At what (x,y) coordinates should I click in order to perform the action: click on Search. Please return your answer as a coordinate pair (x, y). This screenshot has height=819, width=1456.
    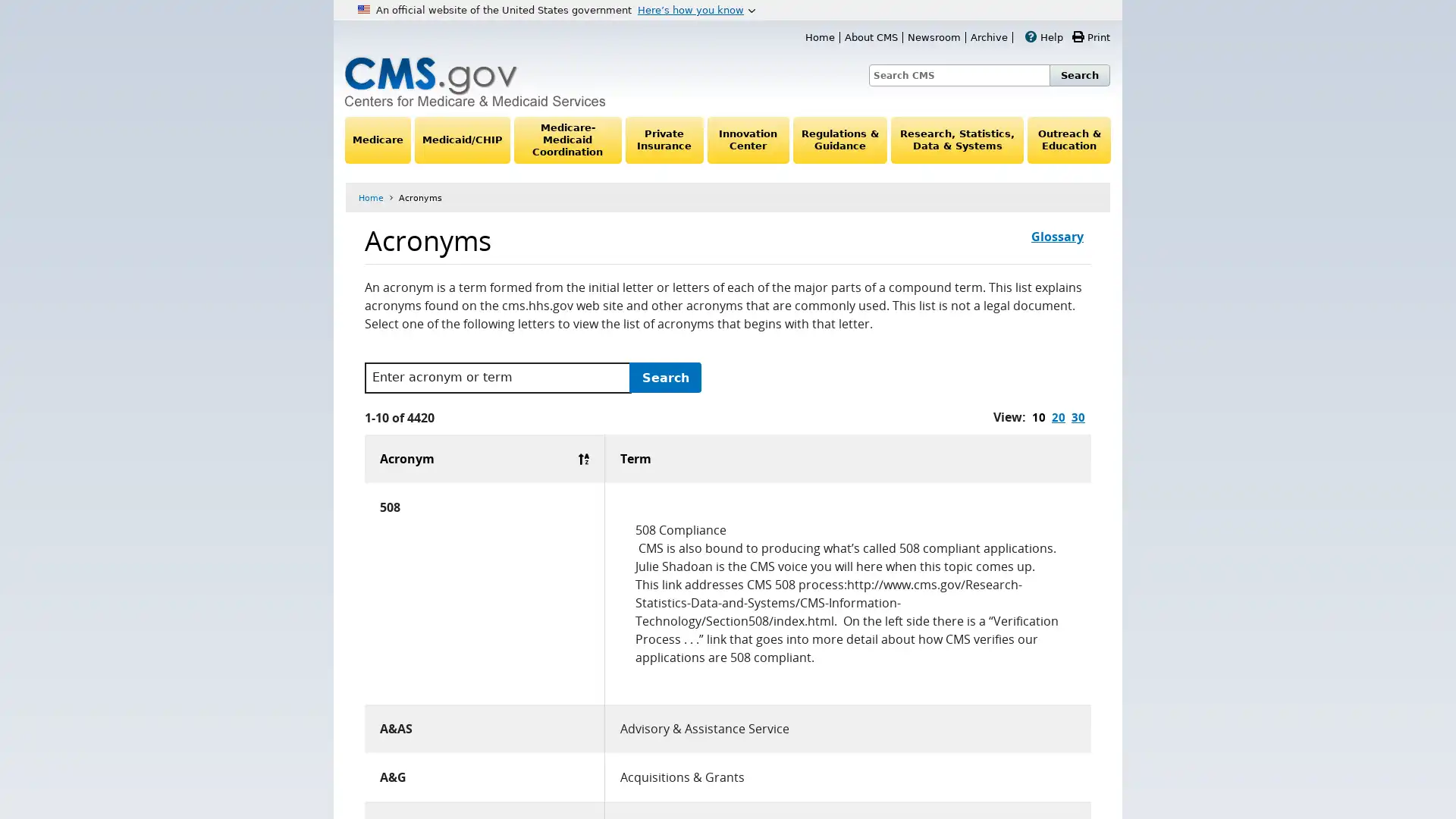
    Looking at the image, I should click on (665, 376).